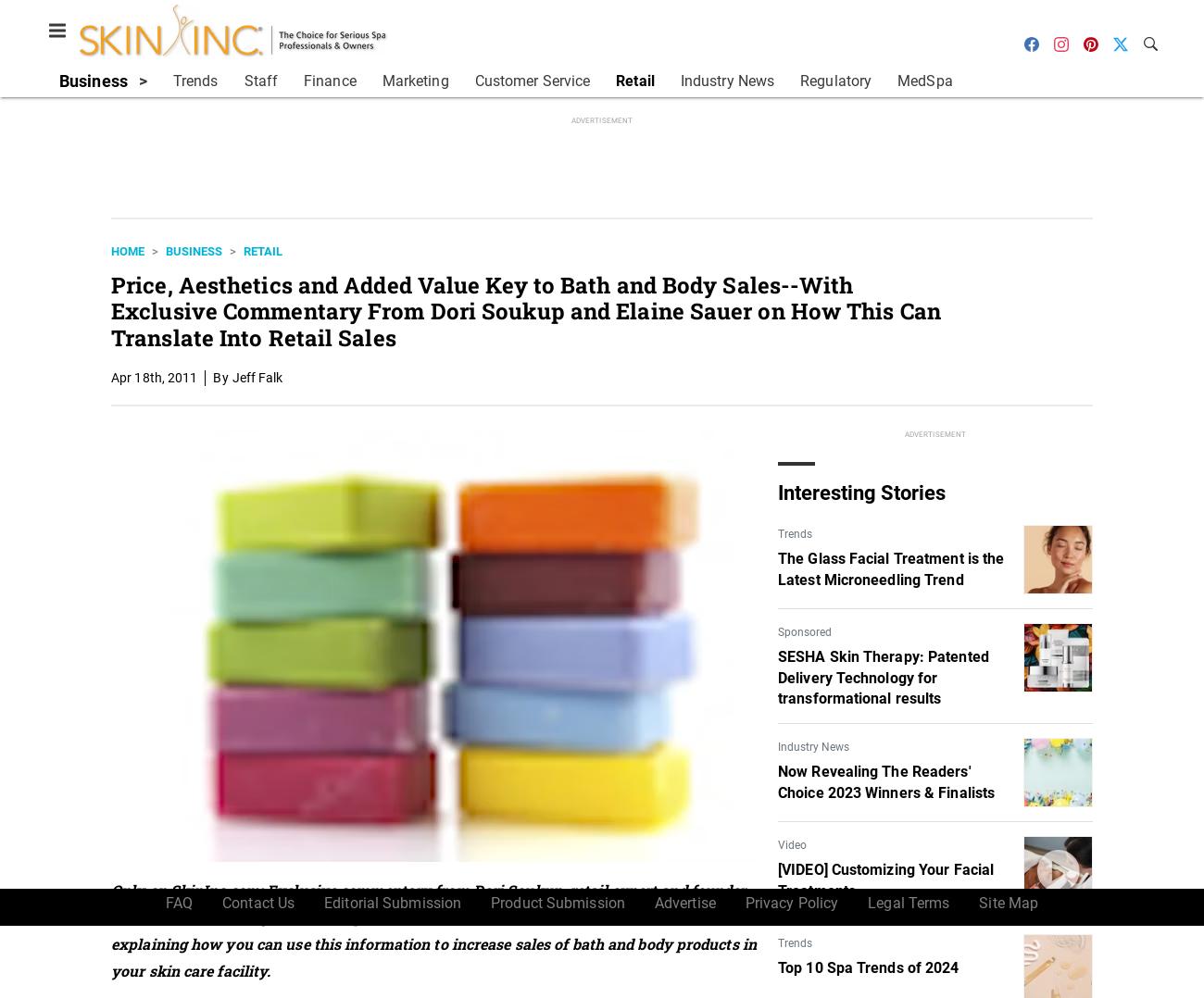 This screenshot has width=1204, height=998. What do you see at coordinates (684, 903) in the screenshot?
I see `'Advertise'` at bounding box center [684, 903].